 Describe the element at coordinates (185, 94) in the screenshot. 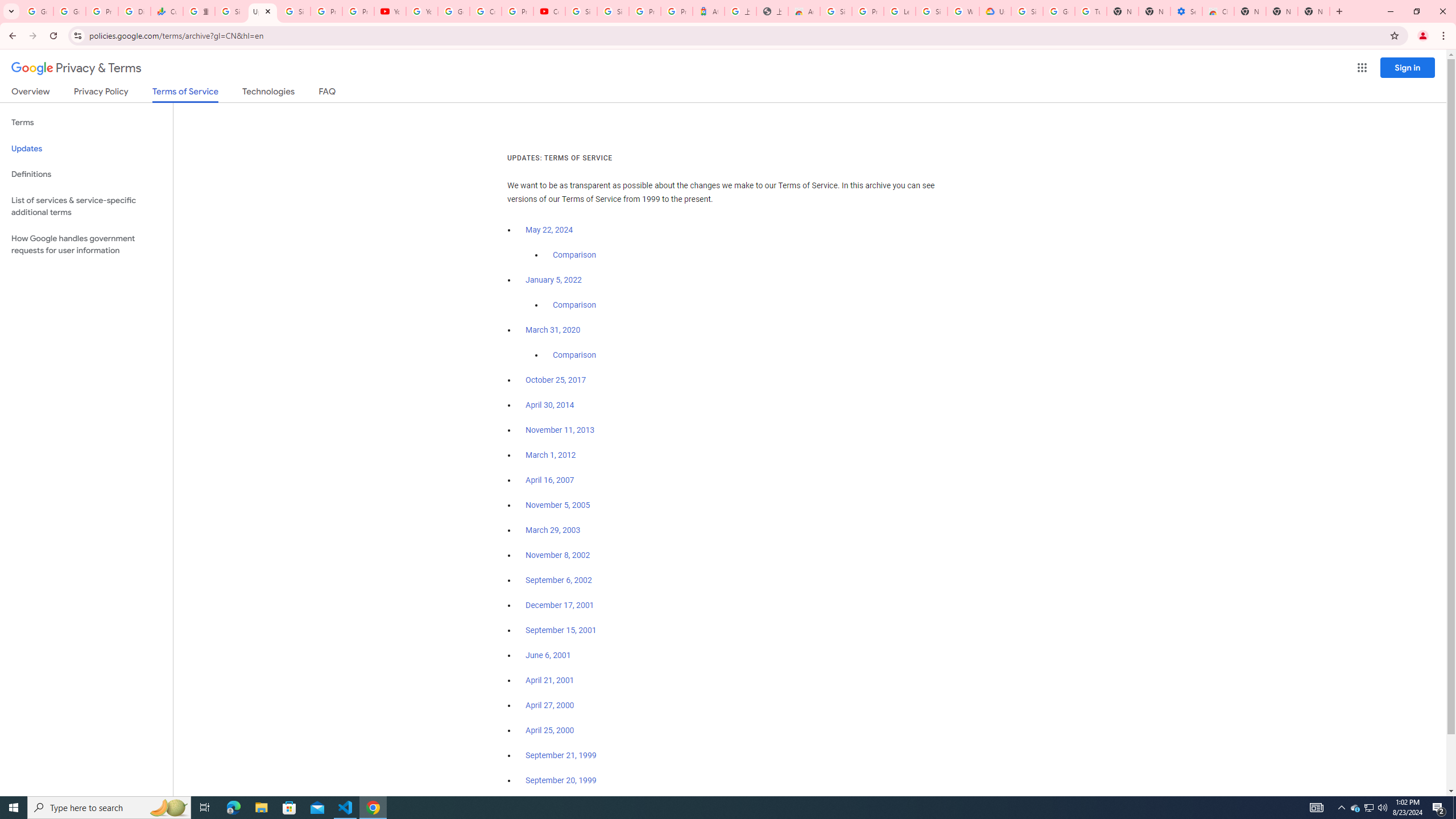

I see `'Terms of Service'` at that location.